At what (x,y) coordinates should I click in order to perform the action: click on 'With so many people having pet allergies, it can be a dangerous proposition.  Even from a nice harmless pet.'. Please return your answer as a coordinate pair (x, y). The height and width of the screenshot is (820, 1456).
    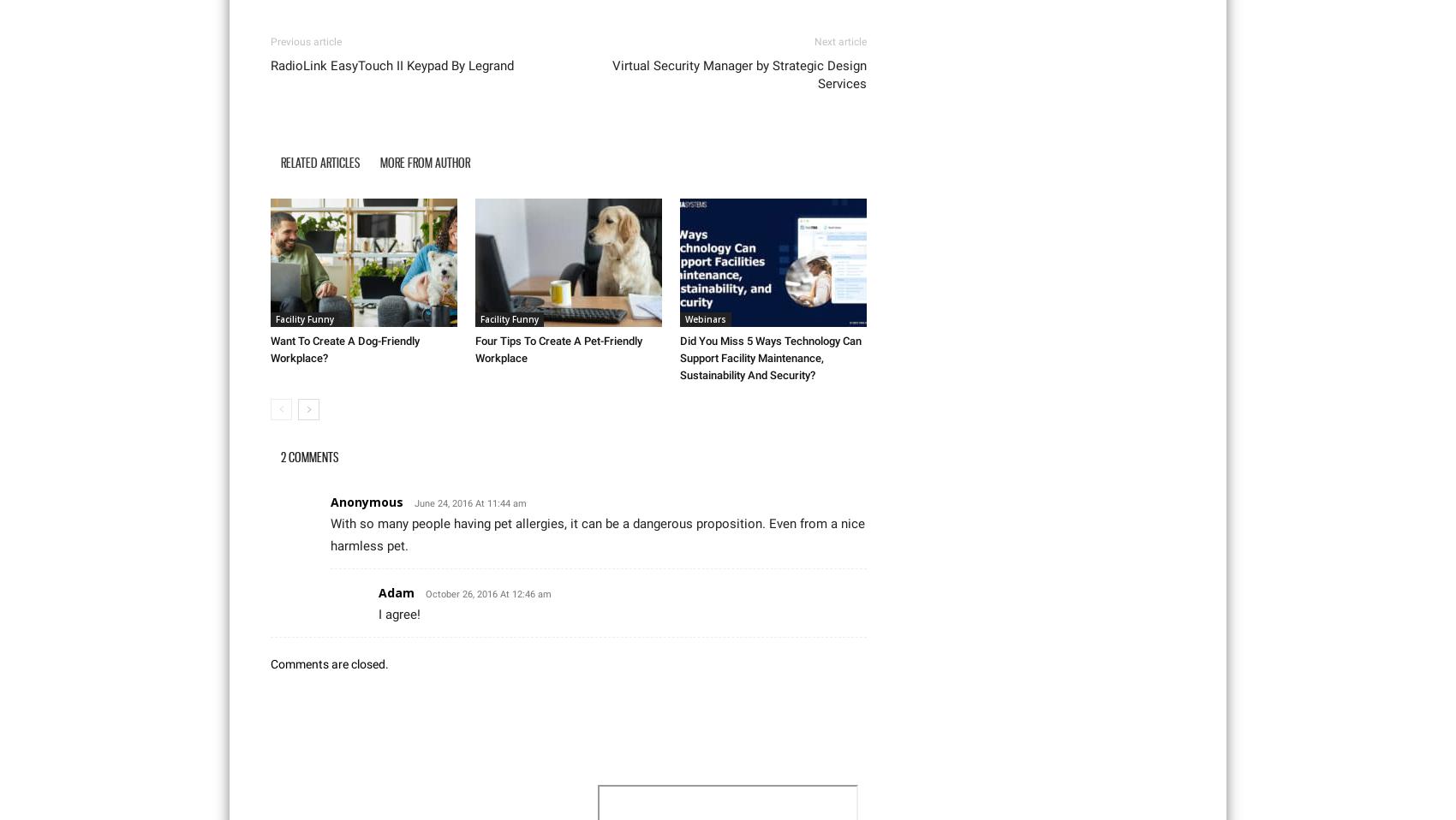
    Looking at the image, I should click on (598, 534).